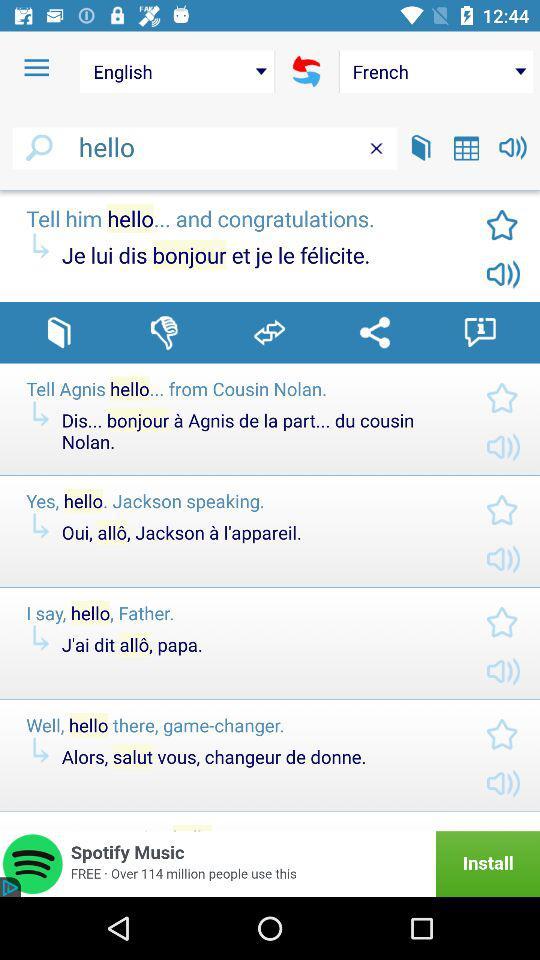  What do you see at coordinates (270, 863) in the screenshot?
I see `install` at bounding box center [270, 863].